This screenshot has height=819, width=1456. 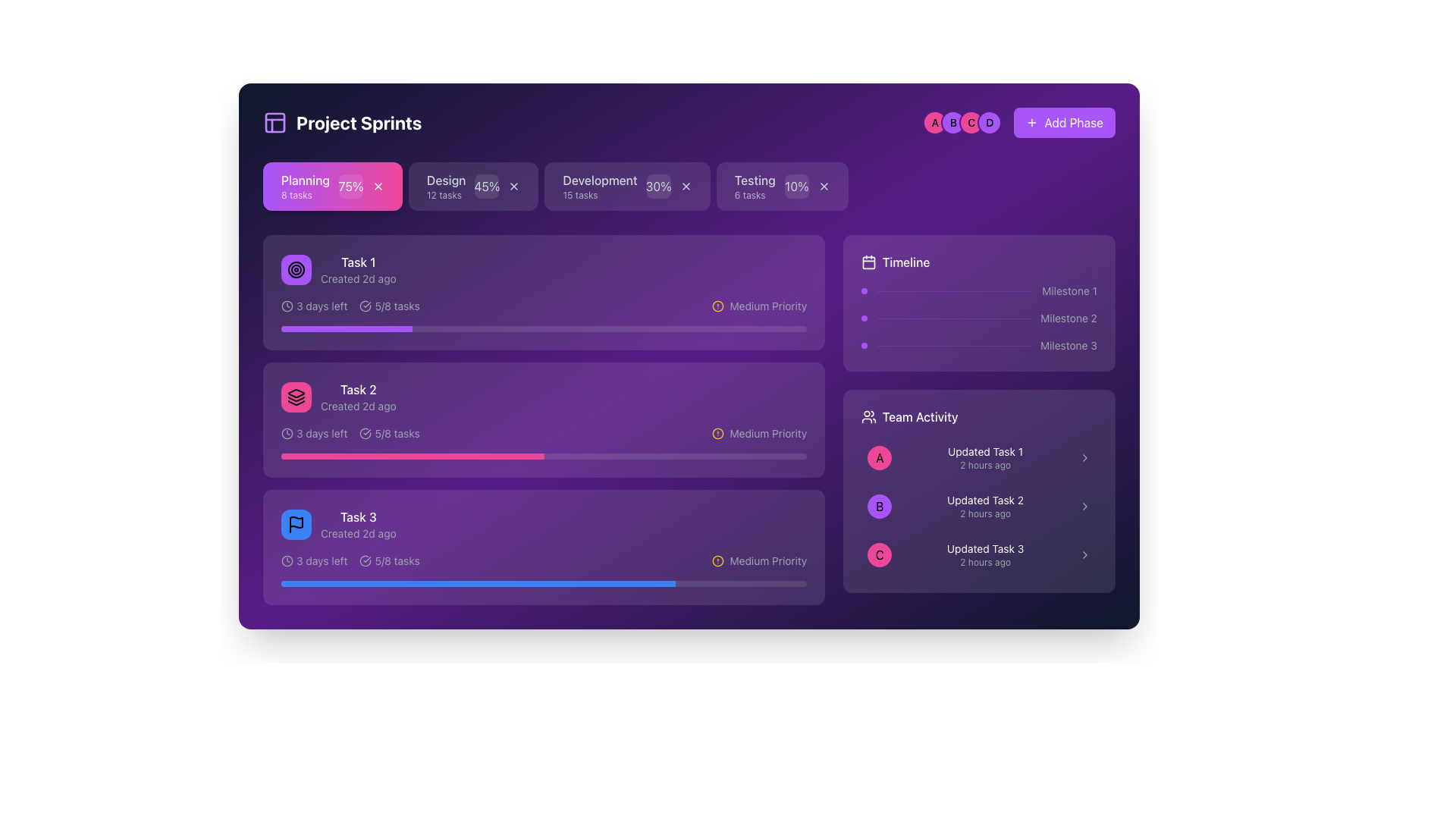 I want to click on the blue progress bar indicator of the third task in the 'Project Sprints' section to potentially see a tooltip or details about the progress, so click(x=477, y=583).